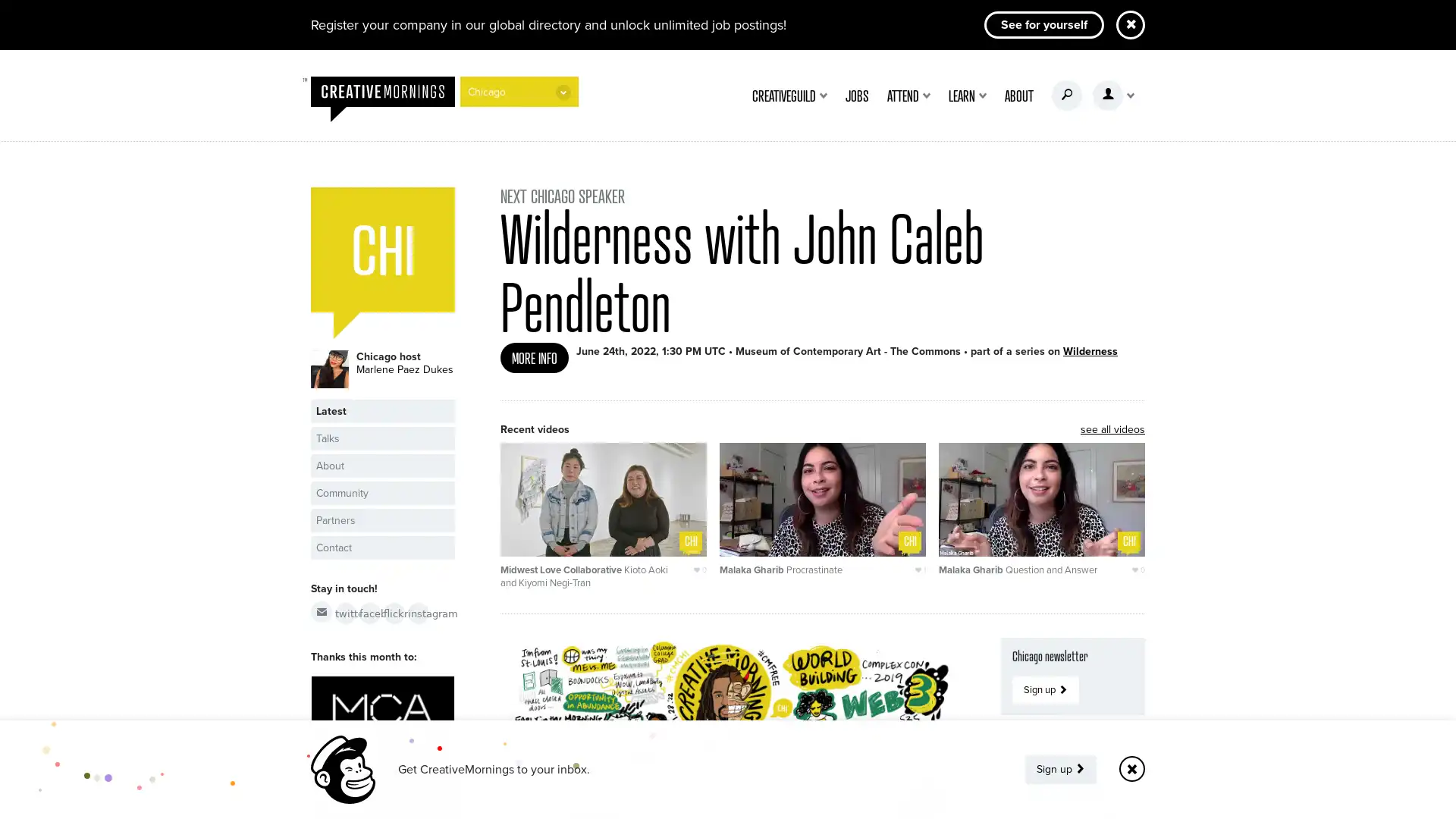 The width and height of the screenshot is (1456, 819). Describe the element at coordinates (1065, 96) in the screenshot. I see `search` at that location.